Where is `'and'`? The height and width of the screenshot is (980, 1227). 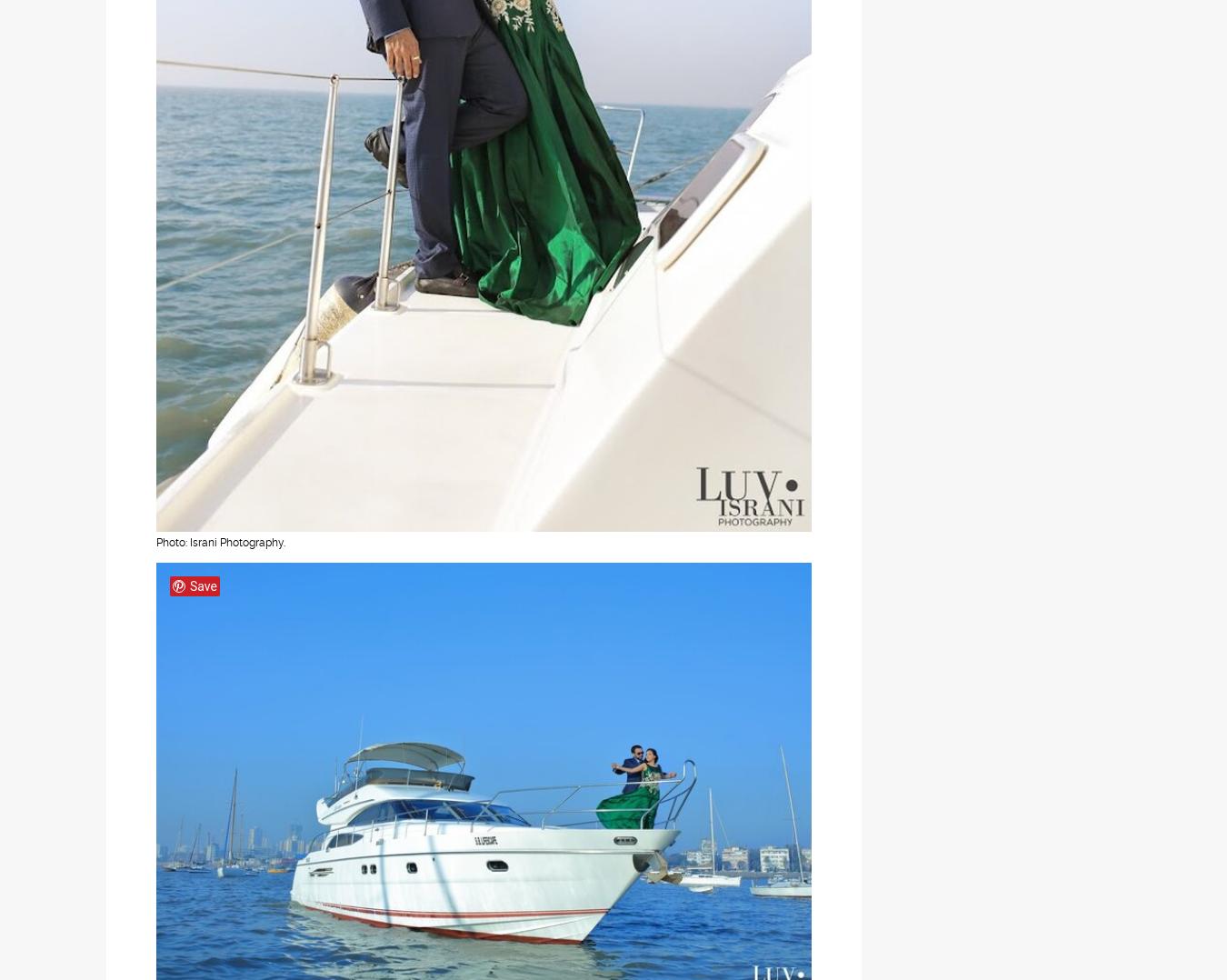 'and' is located at coordinates (793, 575).